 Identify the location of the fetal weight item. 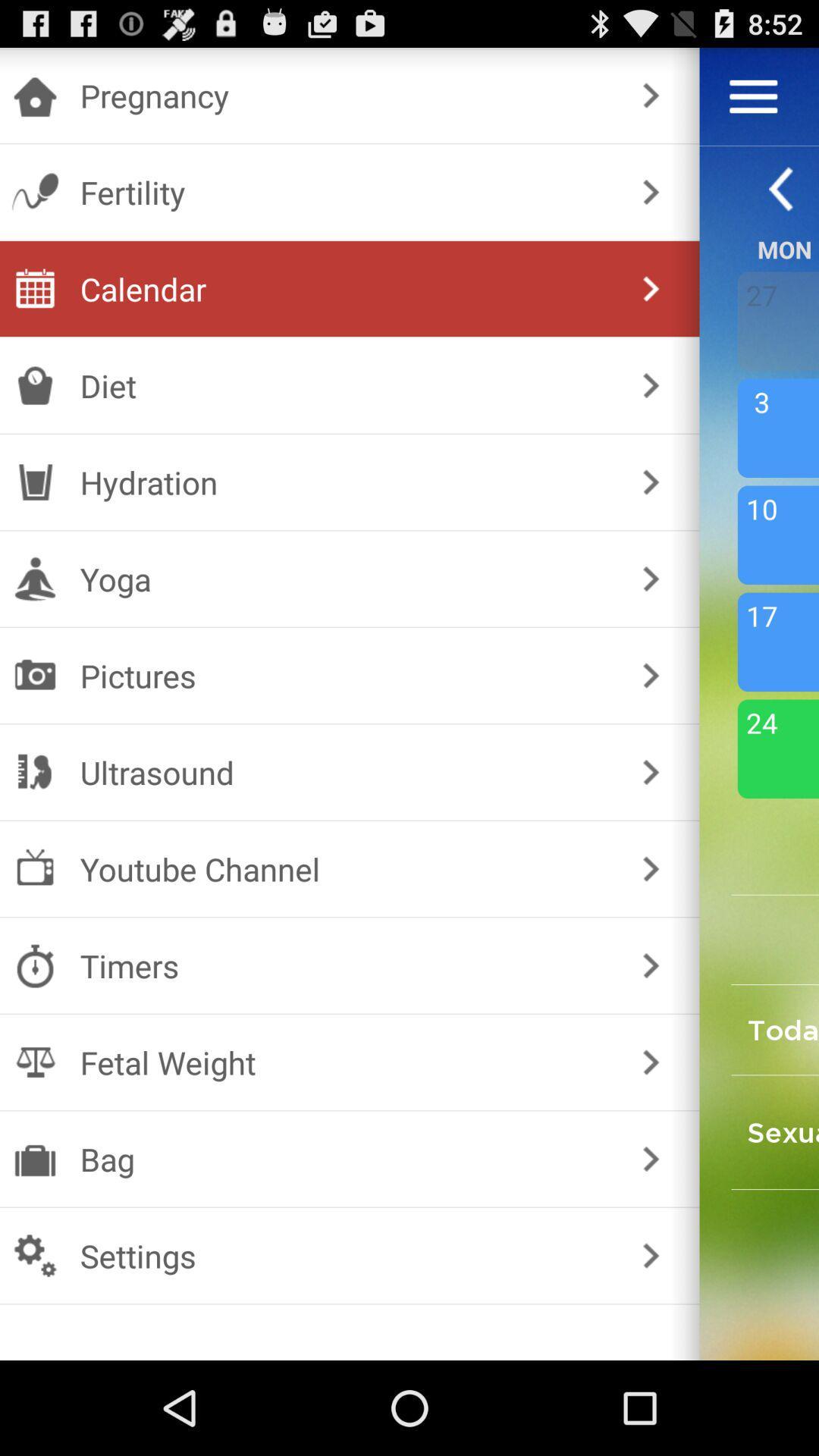
(347, 1062).